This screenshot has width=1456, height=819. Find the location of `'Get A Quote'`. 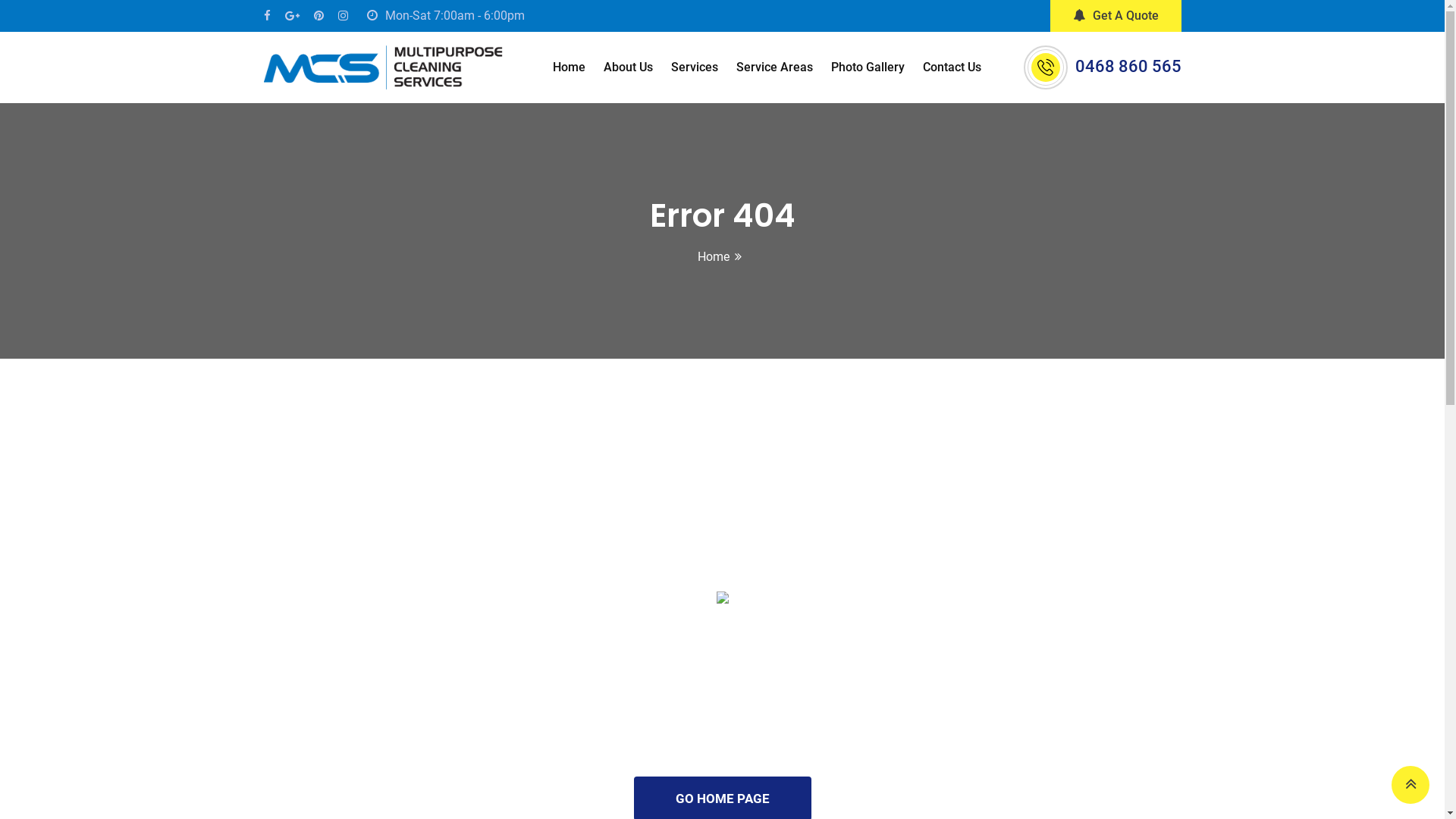

'Get A Quote' is located at coordinates (1115, 15).